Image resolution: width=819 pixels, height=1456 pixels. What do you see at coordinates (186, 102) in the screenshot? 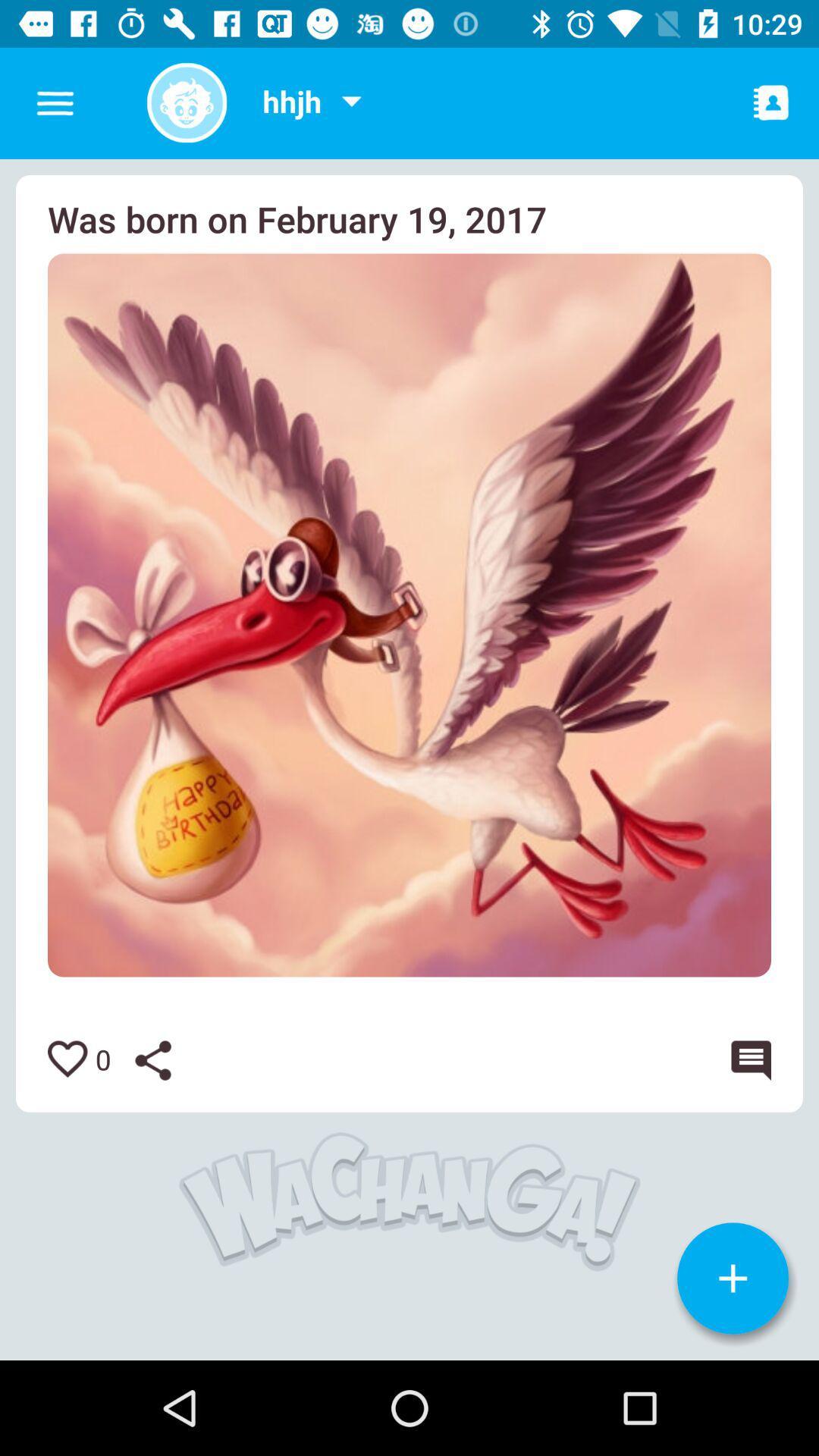
I see `profile page photo` at bounding box center [186, 102].